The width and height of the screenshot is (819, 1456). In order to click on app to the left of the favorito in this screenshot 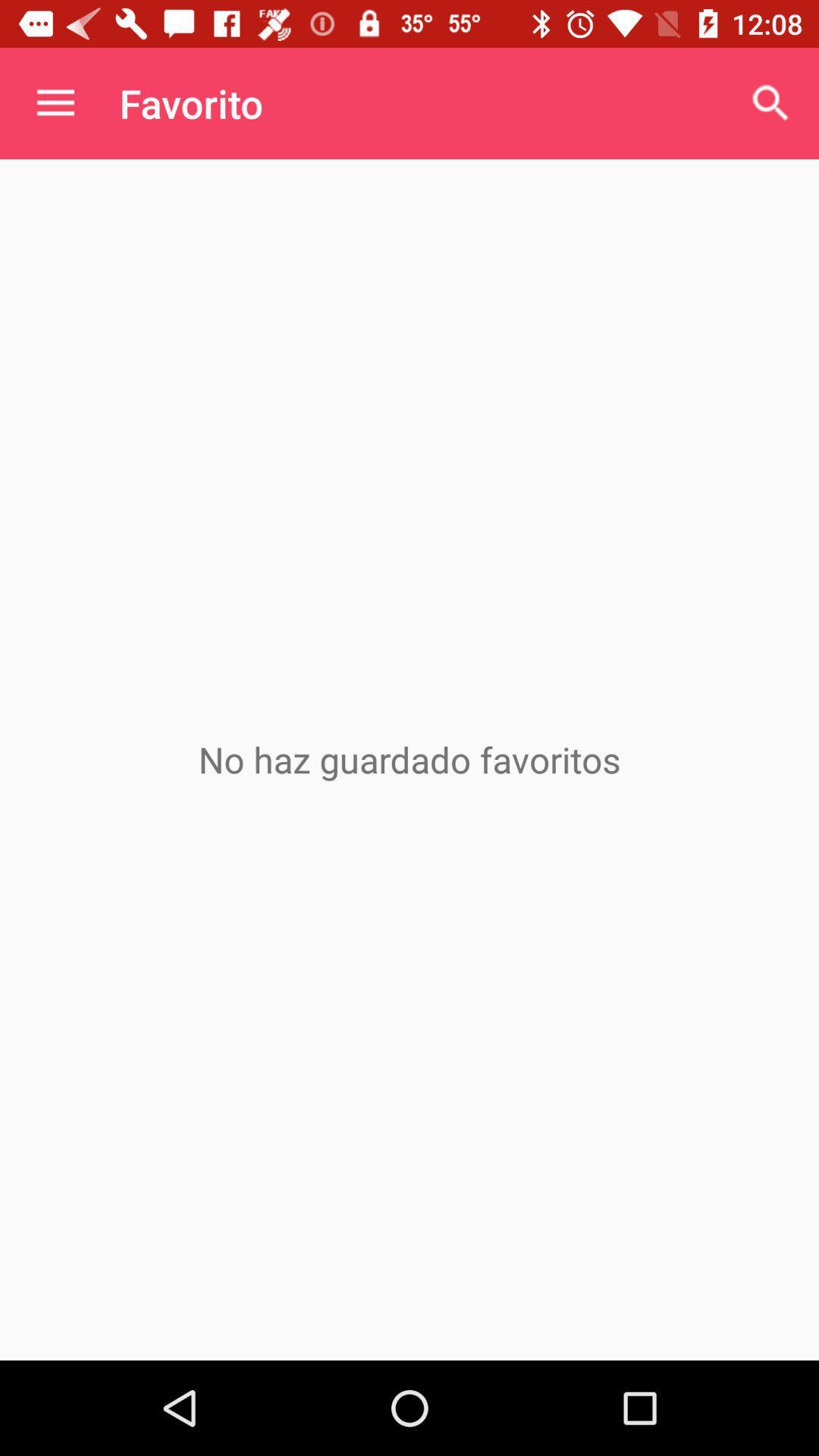, I will do `click(55, 102)`.